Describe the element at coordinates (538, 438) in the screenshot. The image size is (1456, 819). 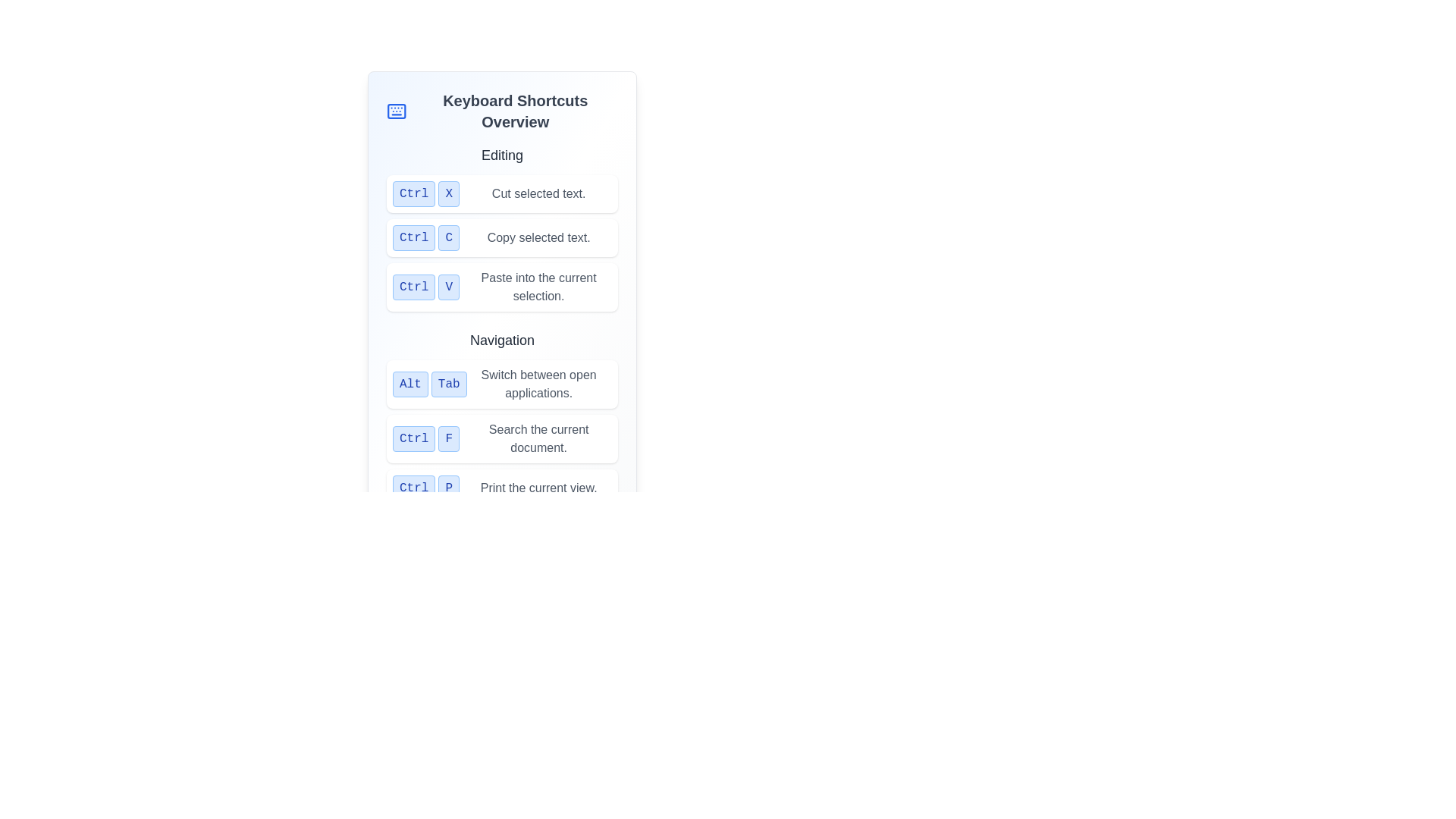
I see `the static text element that reads 'Search the current document.' which is positioned in the second column of the grid layout, next to the control key indication 'Ctrl F'` at that location.